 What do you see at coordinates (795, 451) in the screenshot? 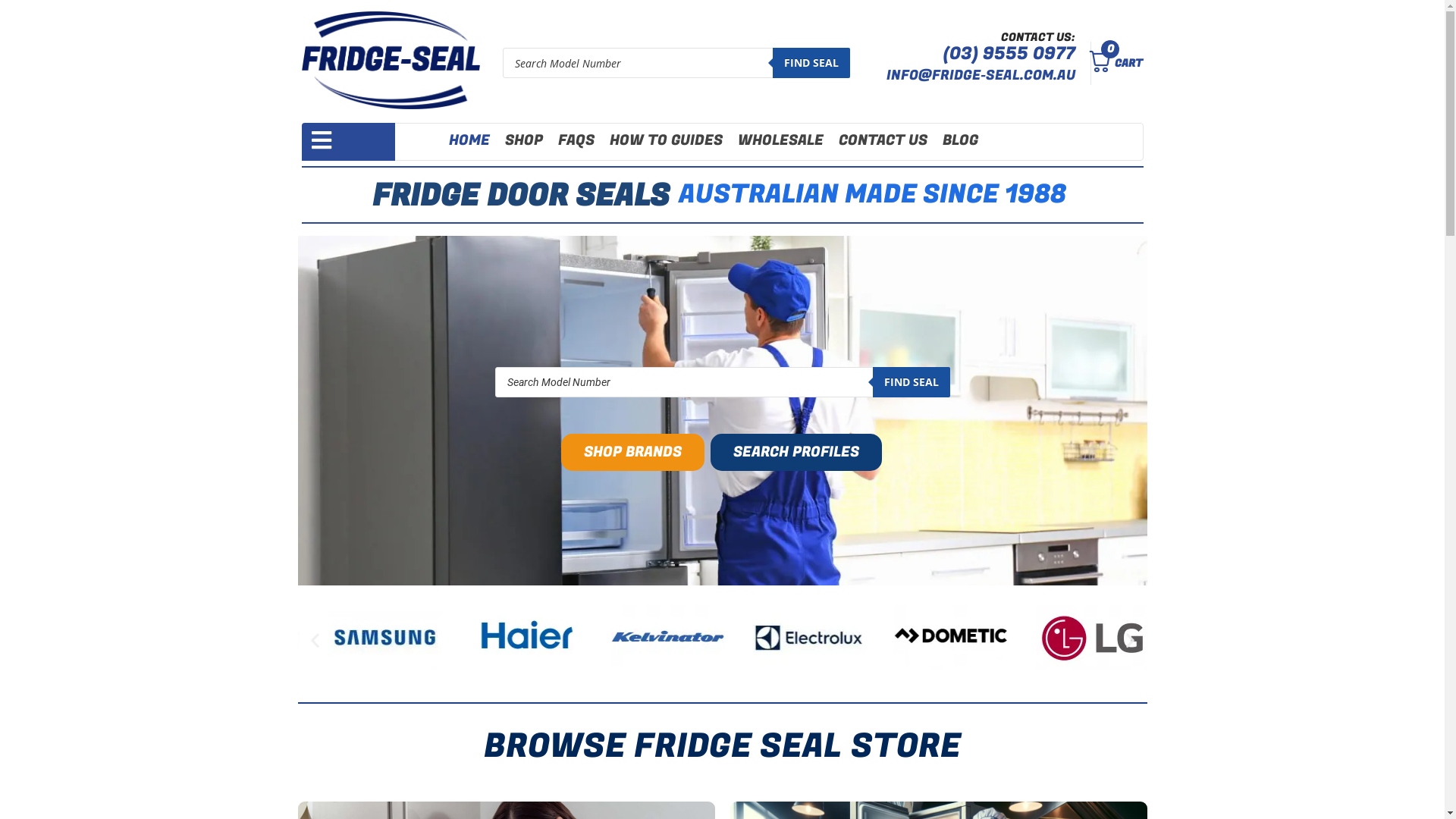
I see `'SEARCH PROFILES'` at bounding box center [795, 451].